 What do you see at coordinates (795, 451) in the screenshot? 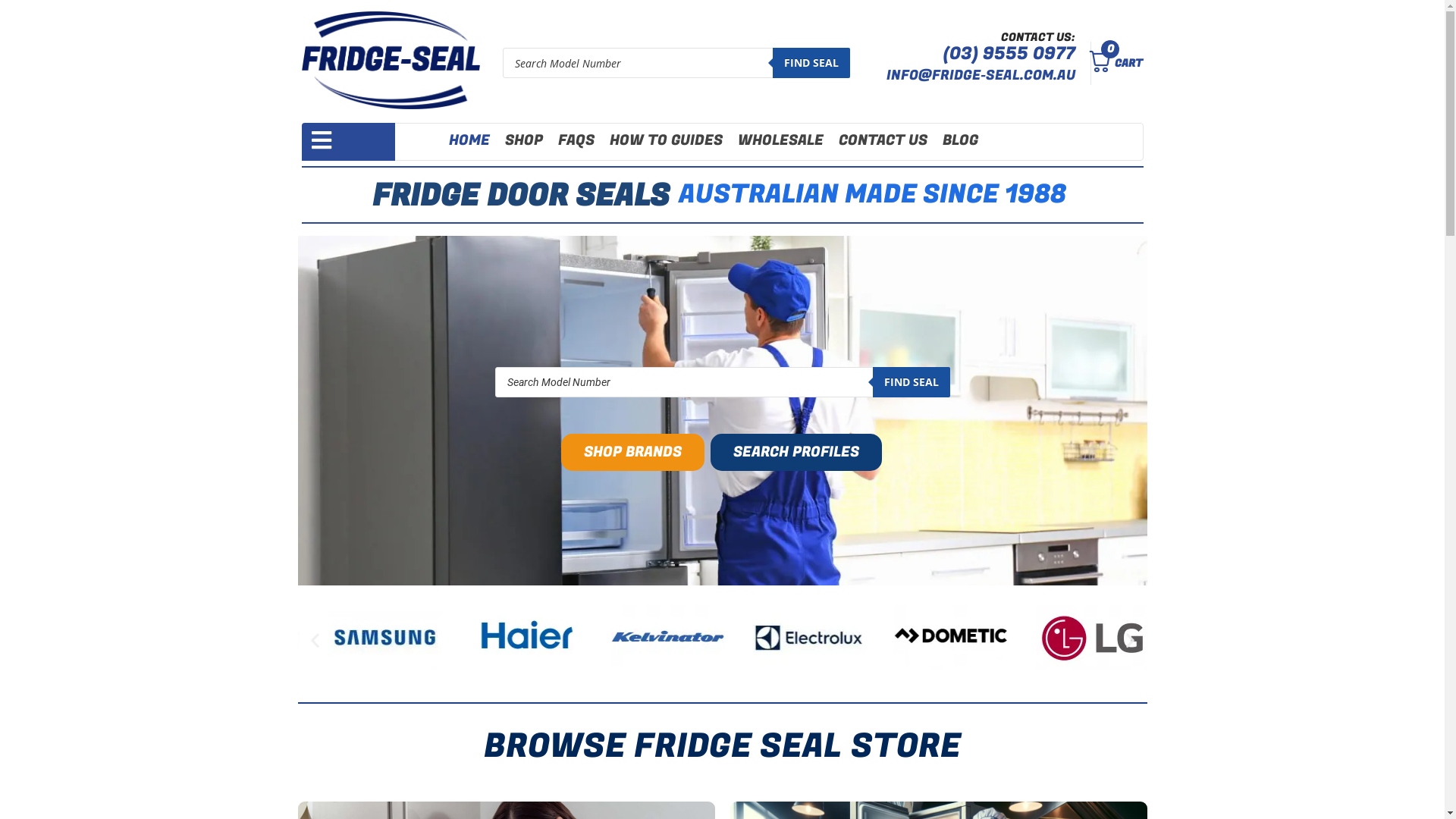
I see `'SEARCH PROFILES'` at bounding box center [795, 451].